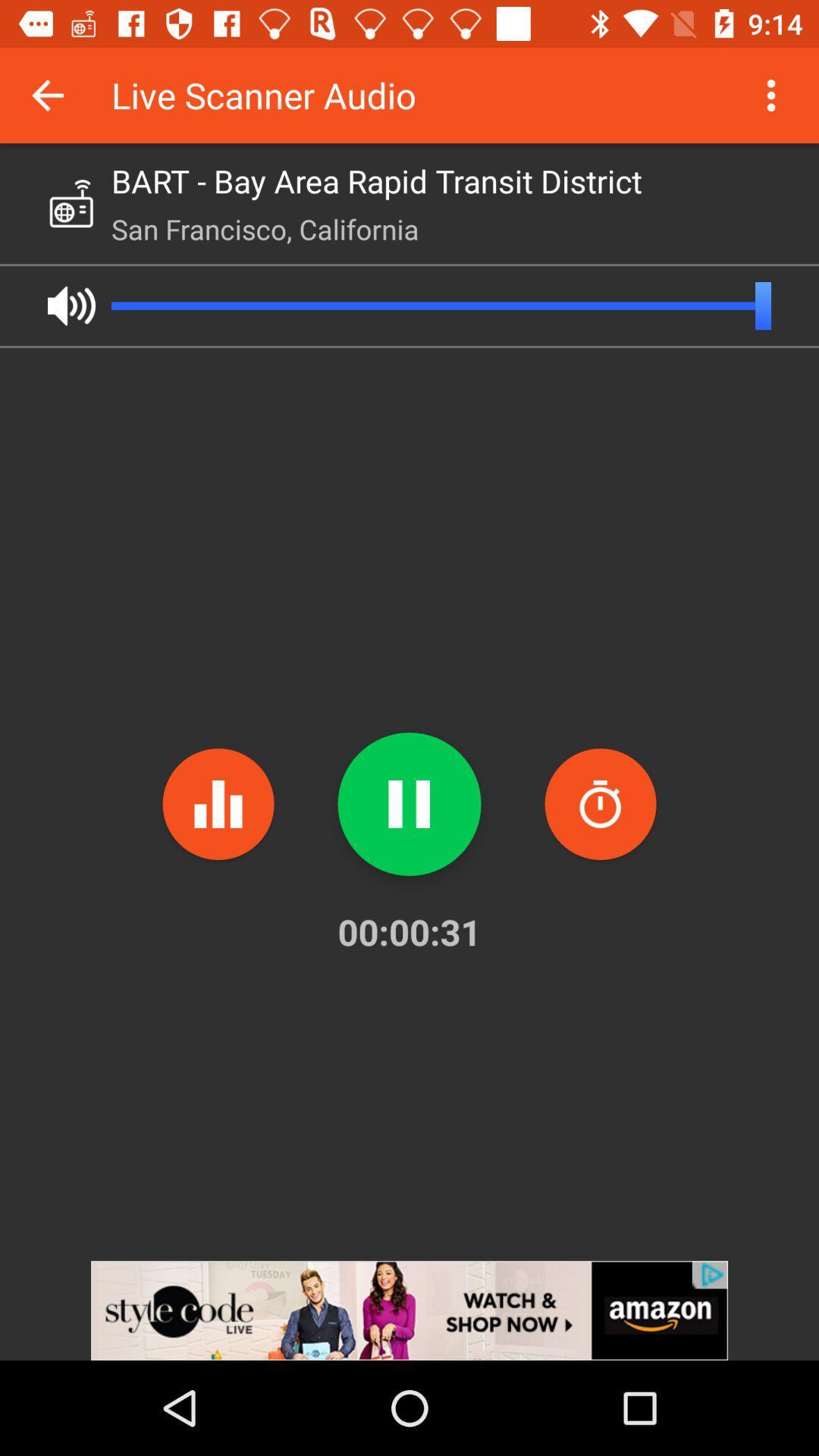 The image size is (819, 1456). What do you see at coordinates (409, 803) in the screenshot?
I see `and pause button` at bounding box center [409, 803].